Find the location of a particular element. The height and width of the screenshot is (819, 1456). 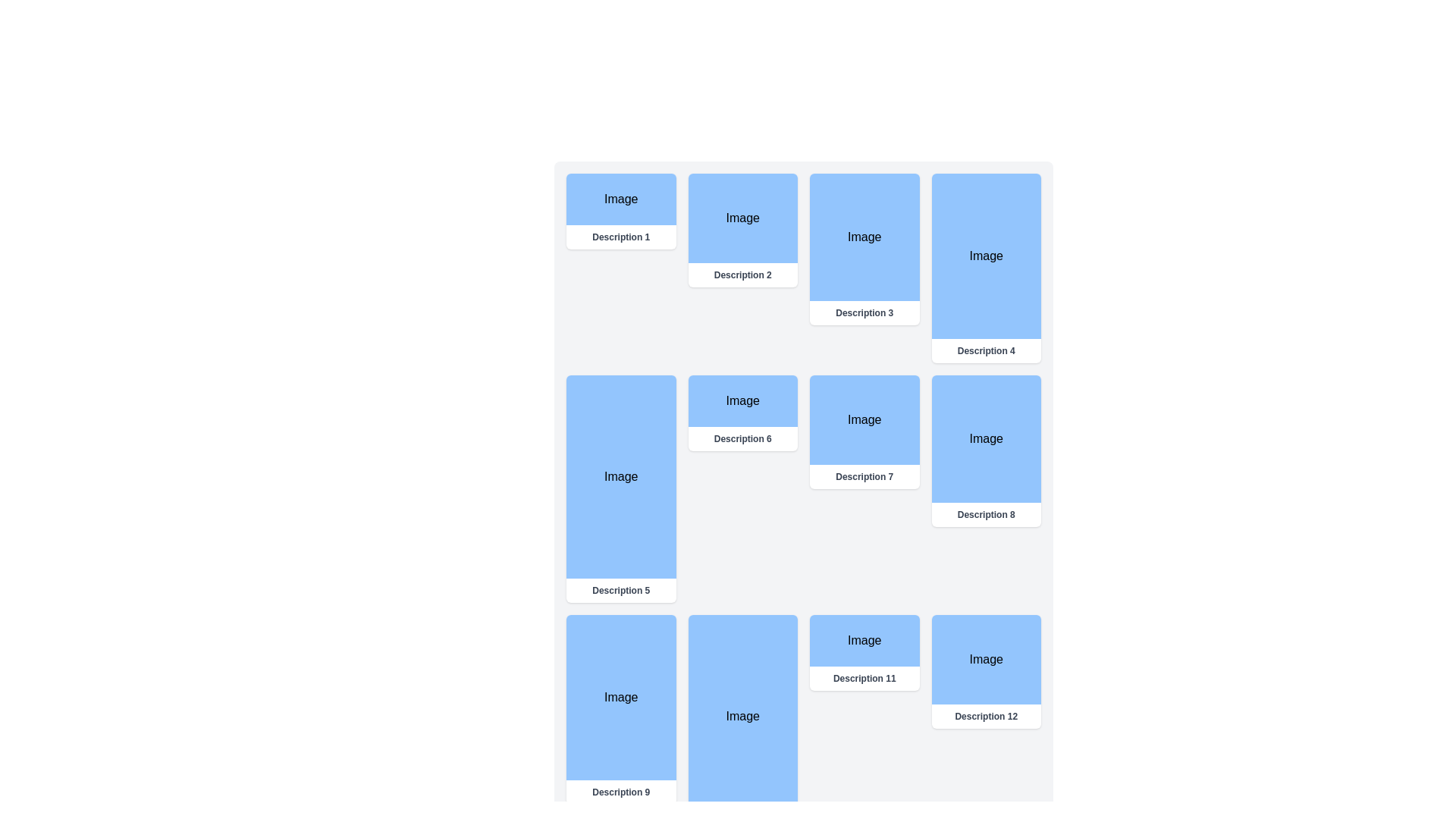

the light blue rectangular image placeholder labeled 'Image' that is located in the second row, third column of the card labeled 'Description 6' is located at coordinates (742, 400).